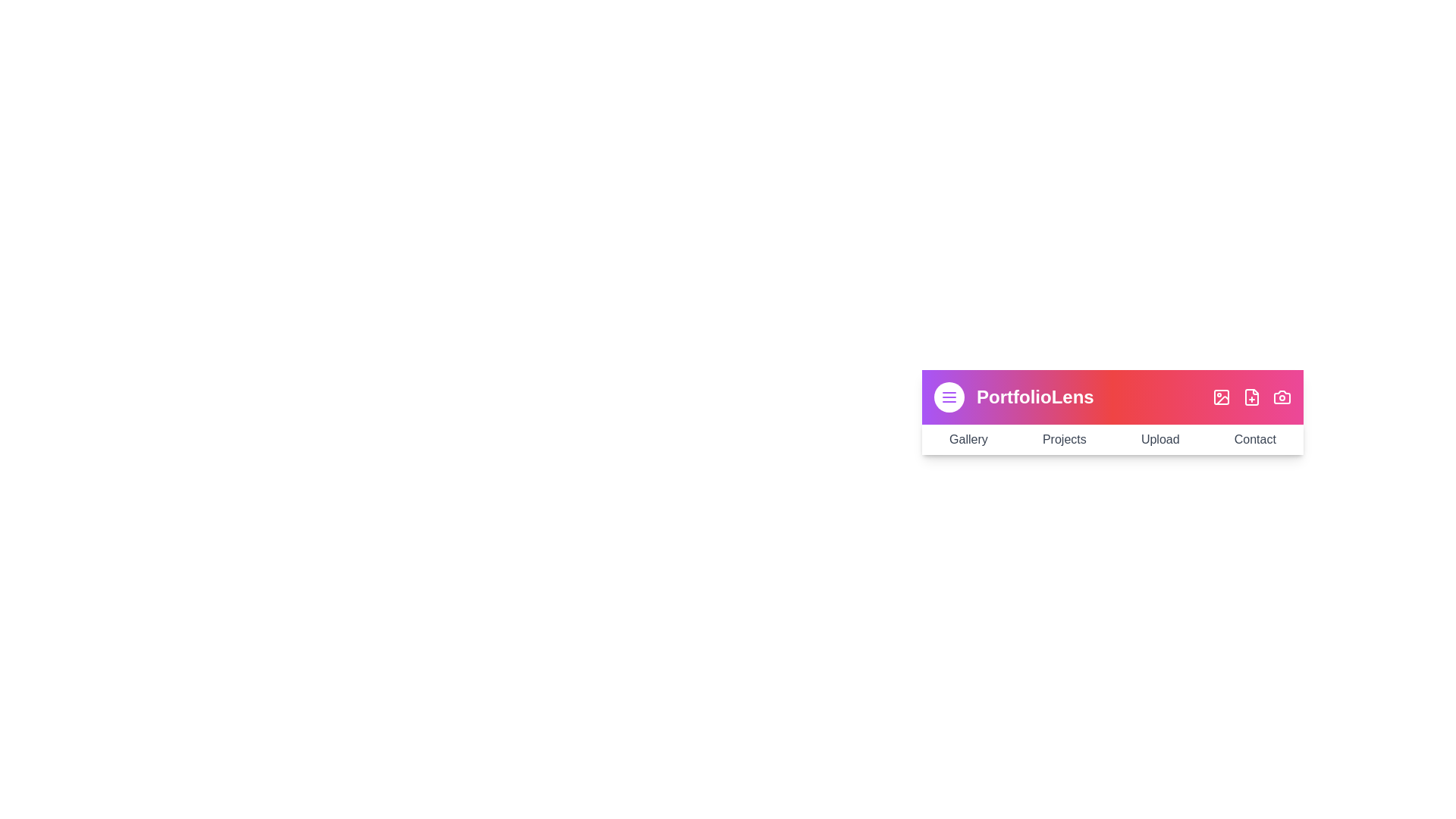 This screenshot has width=1456, height=819. Describe the element at coordinates (949, 397) in the screenshot. I see `menu button to toggle the menu visibility` at that location.